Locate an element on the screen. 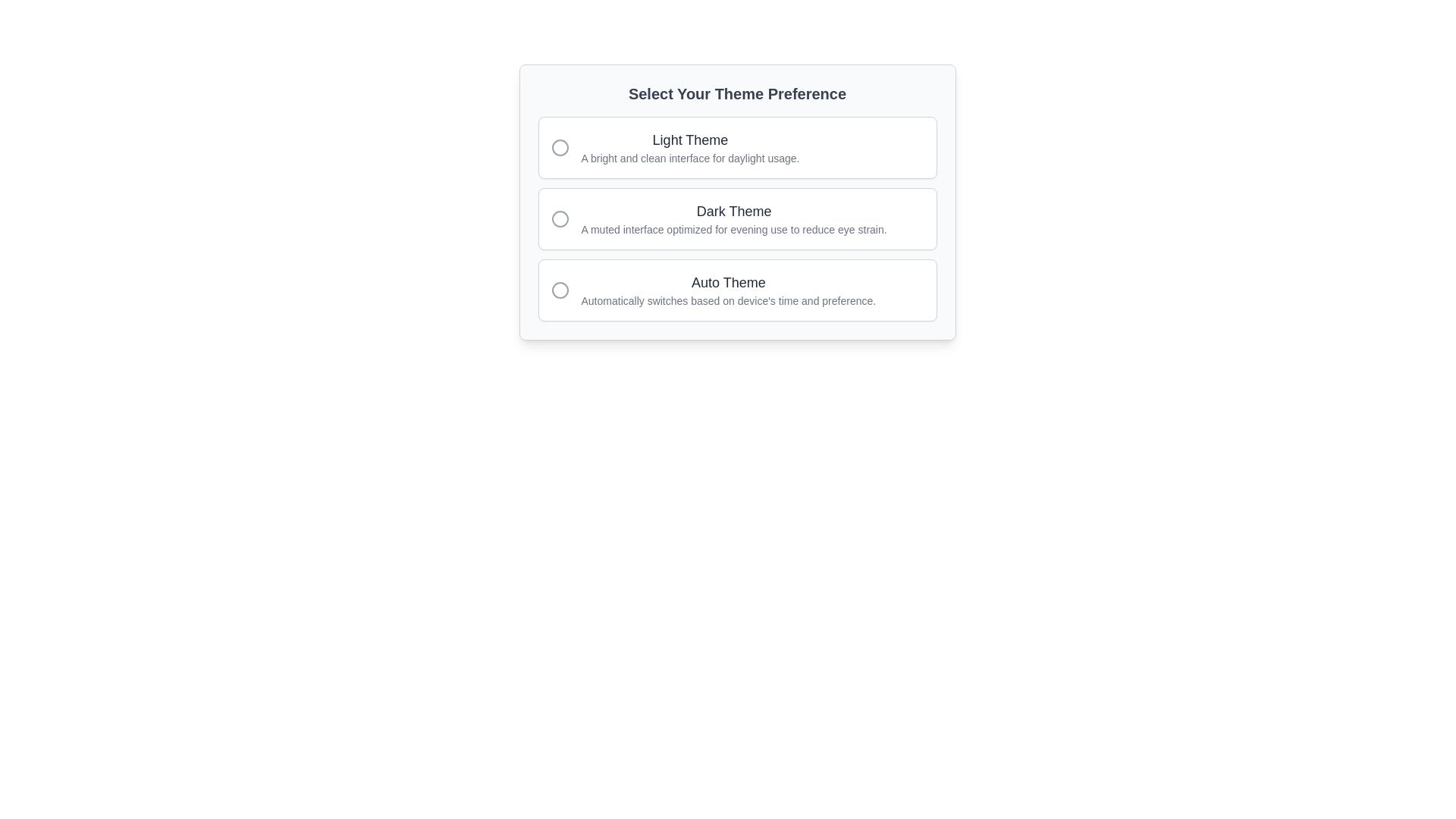  the visual marker for the selected state of the 'Dark Theme' radio button is located at coordinates (559, 219).